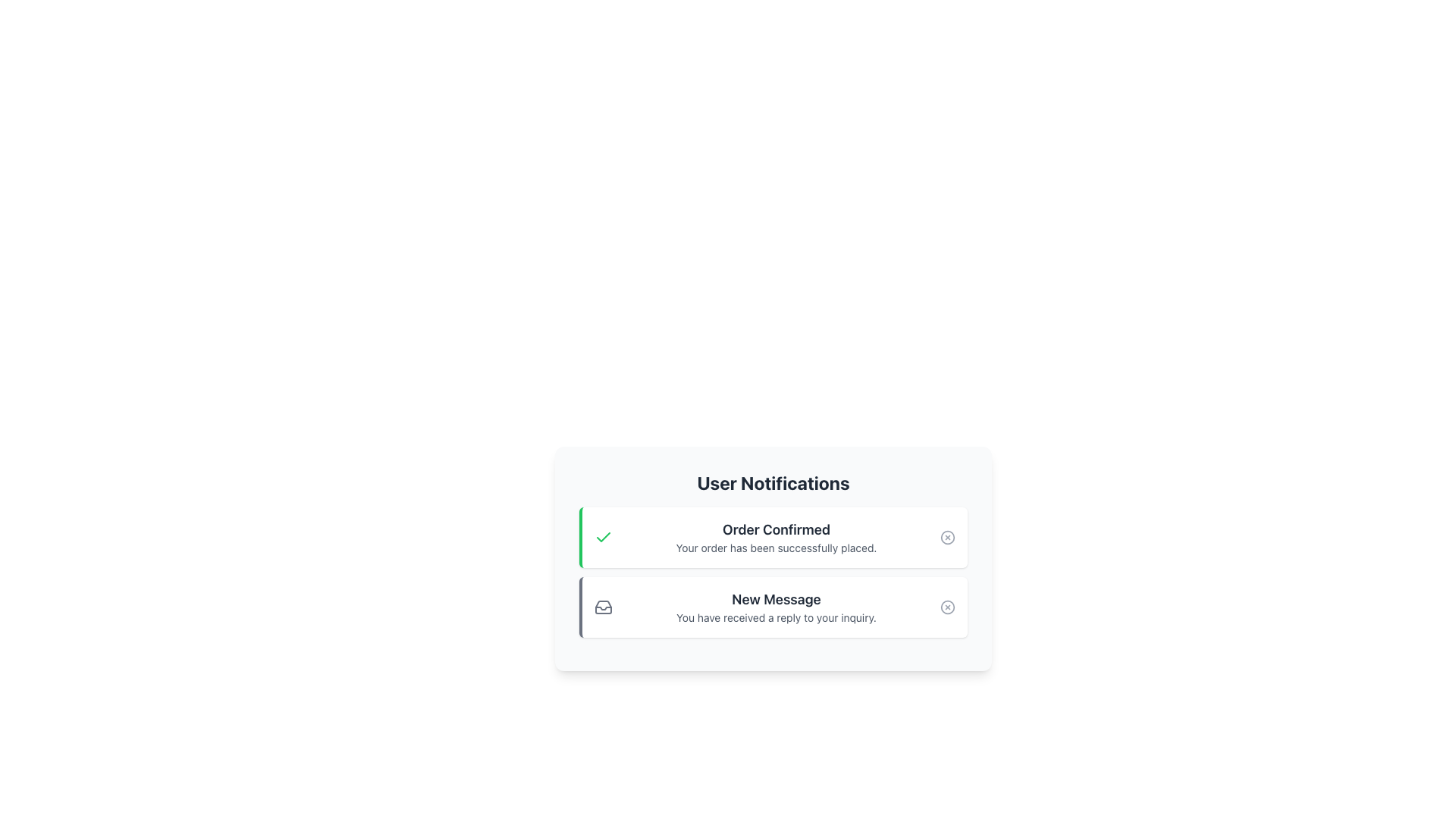 The image size is (1456, 819). I want to click on the gray-outline inbox icon located within the 'New Message' notification card, which is positioned towards the left side of the card and precedes the text content, so click(603, 607).